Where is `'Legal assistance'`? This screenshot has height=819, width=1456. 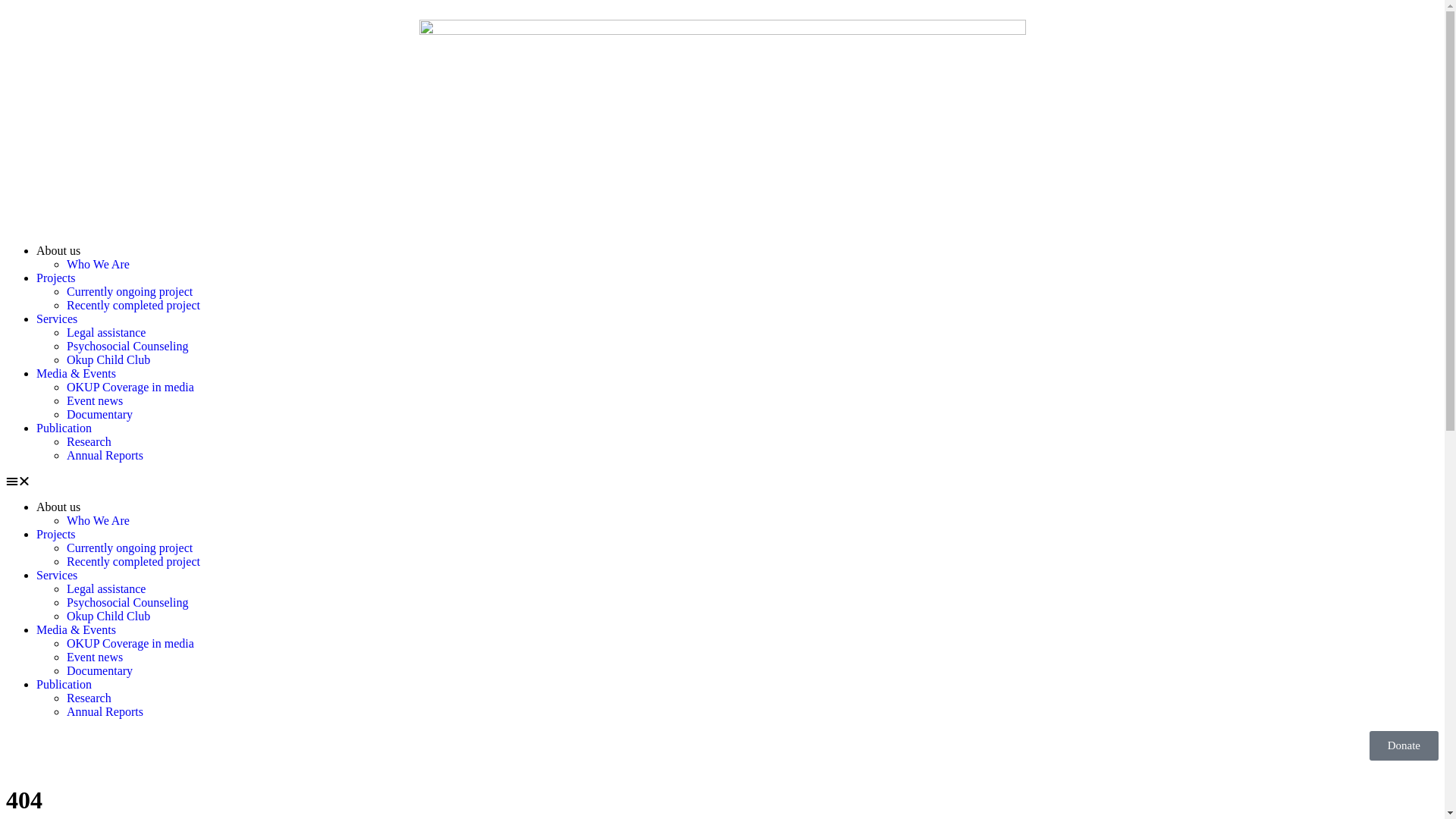 'Legal assistance' is located at coordinates (105, 331).